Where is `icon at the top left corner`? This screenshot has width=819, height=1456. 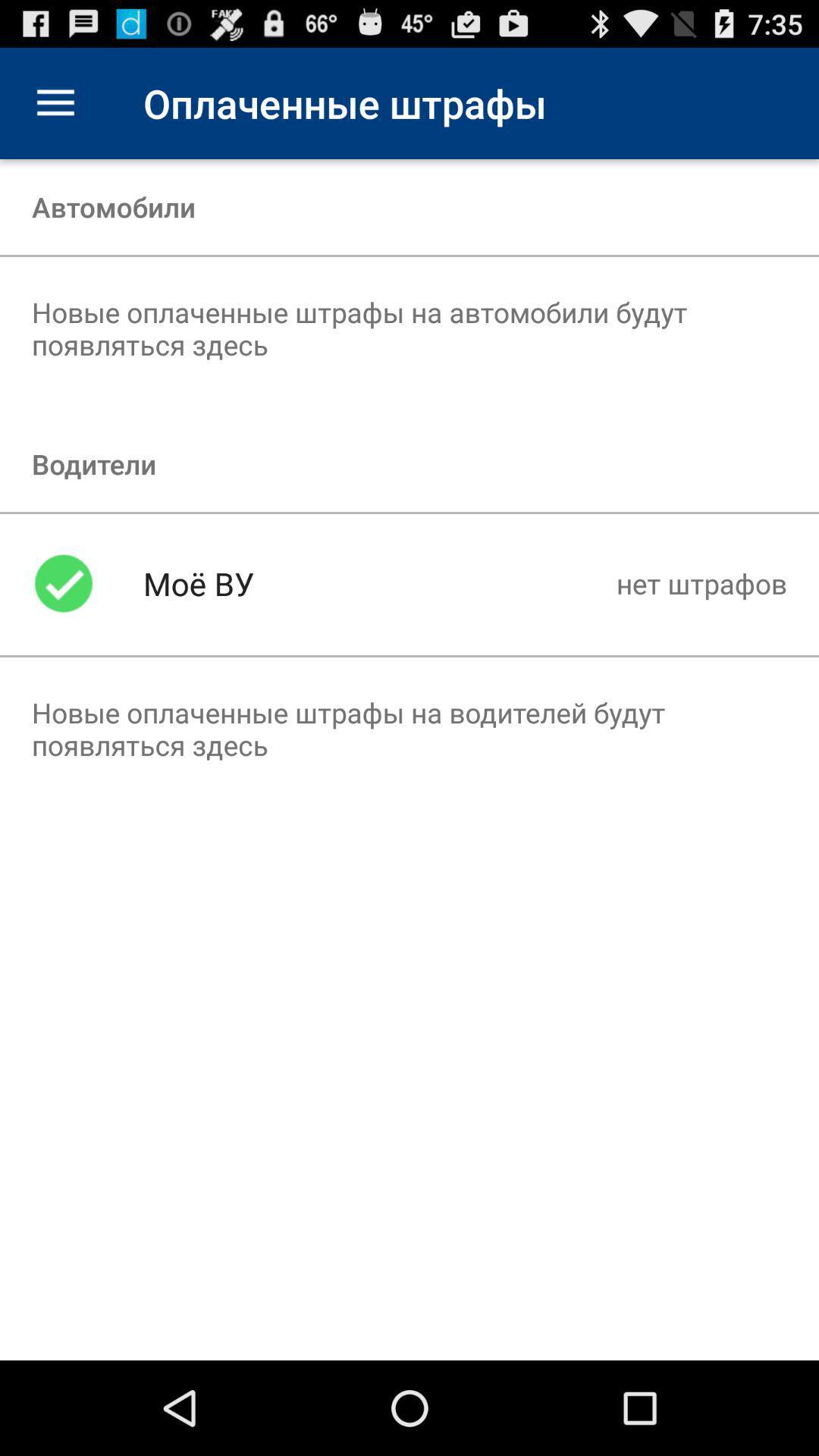
icon at the top left corner is located at coordinates (55, 102).